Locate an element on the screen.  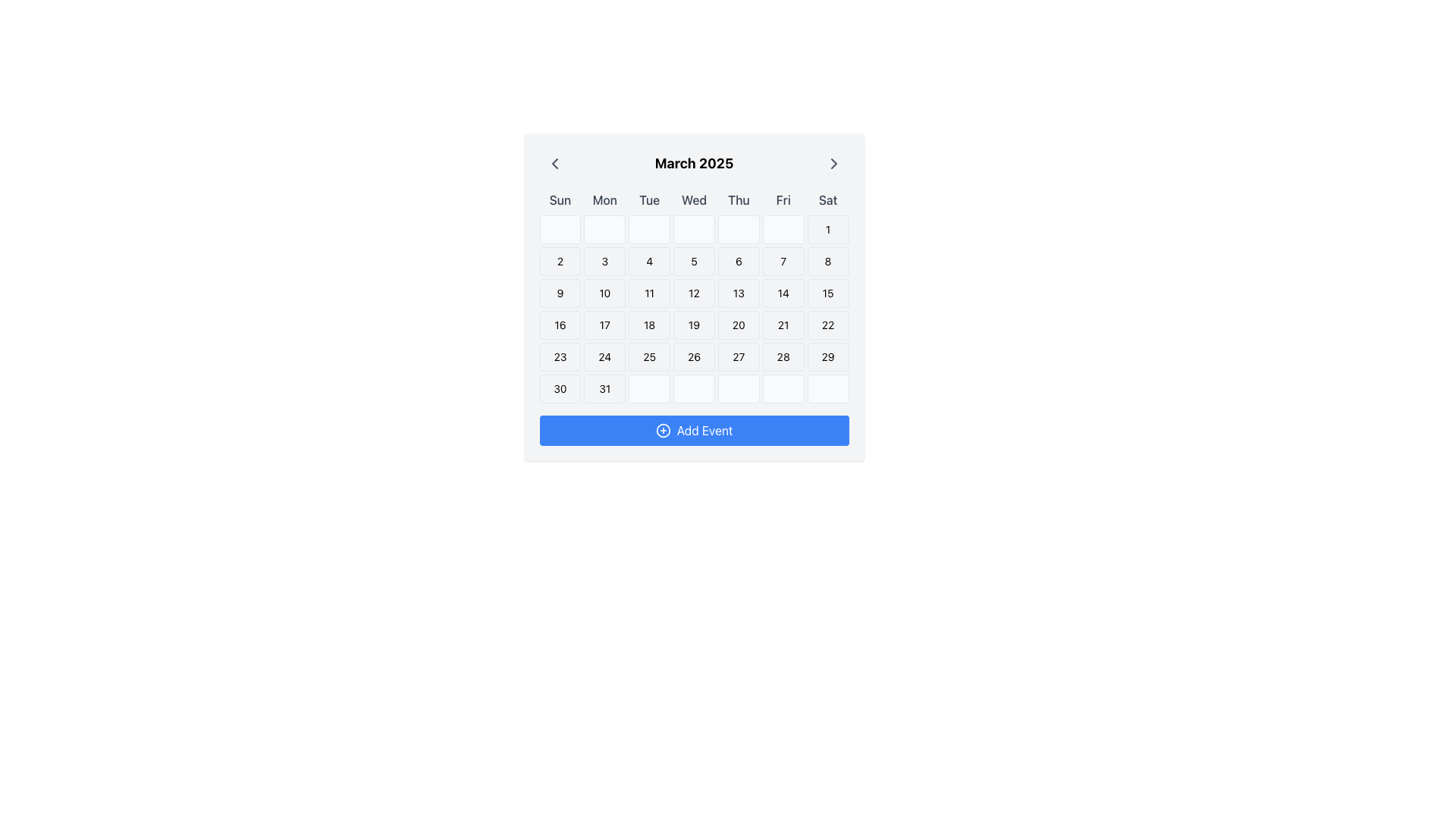
the Calendar grid cell located in the first row, fourth position from the left, styled with a light gray background and faint border is located at coordinates (693, 230).